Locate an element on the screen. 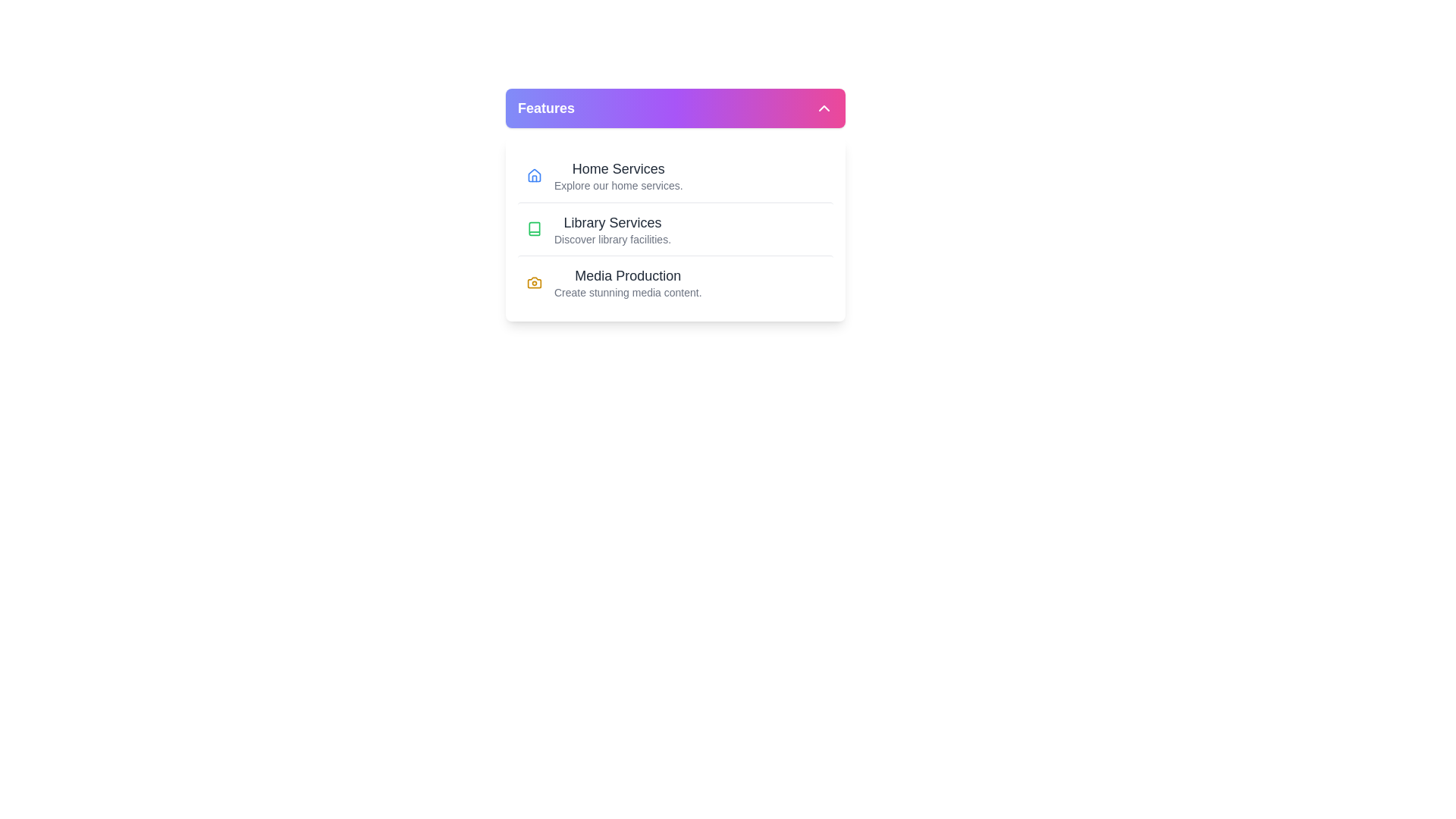 The image size is (1456, 819). the 'Media Production' section, which features a bold title and a yellow camera icon is located at coordinates (675, 281).